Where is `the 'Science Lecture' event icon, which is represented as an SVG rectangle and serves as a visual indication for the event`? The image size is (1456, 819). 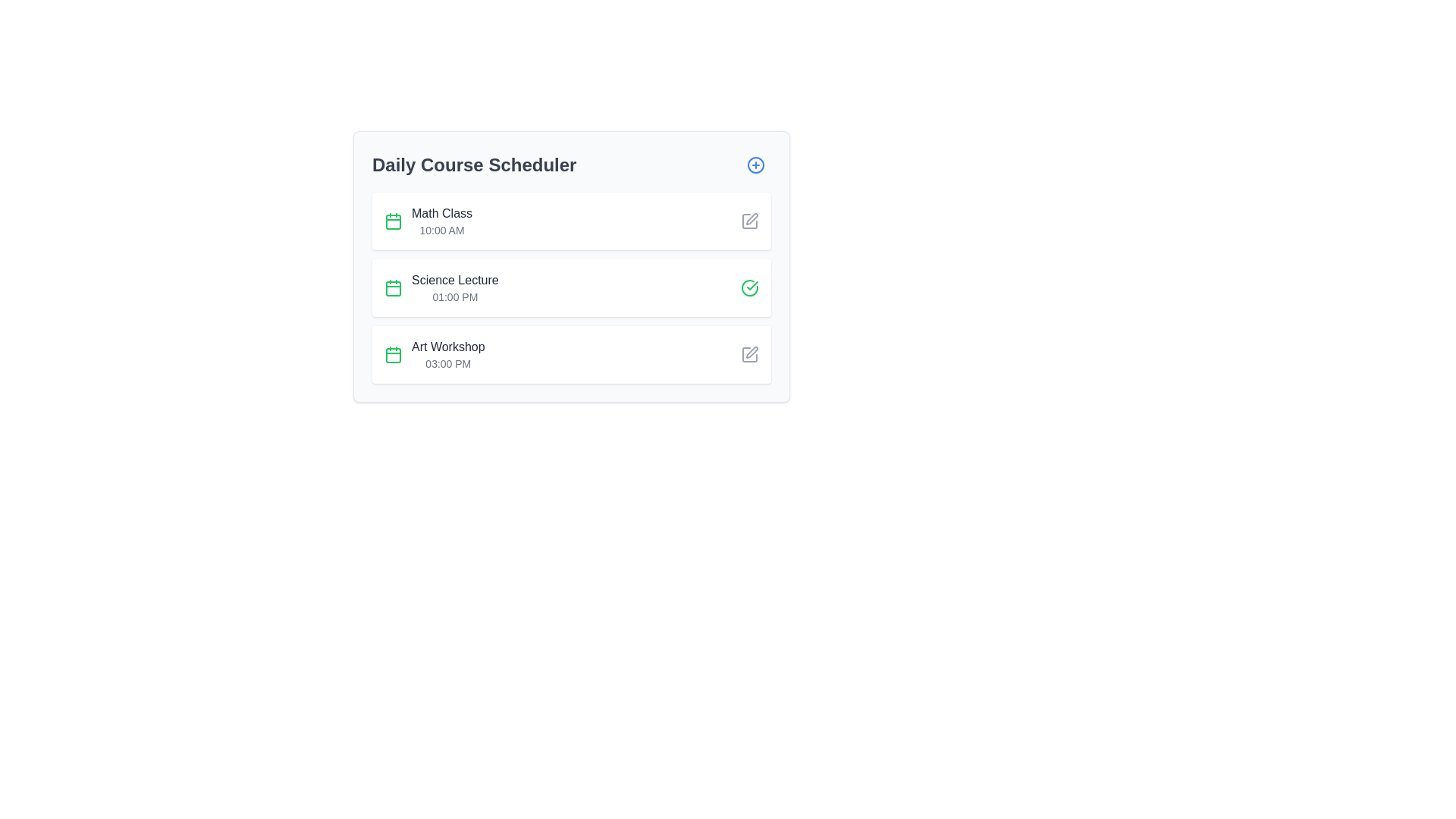
the 'Science Lecture' event icon, which is represented as an SVG rectangle and serves as a visual indication for the event is located at coordinates (393, 222).